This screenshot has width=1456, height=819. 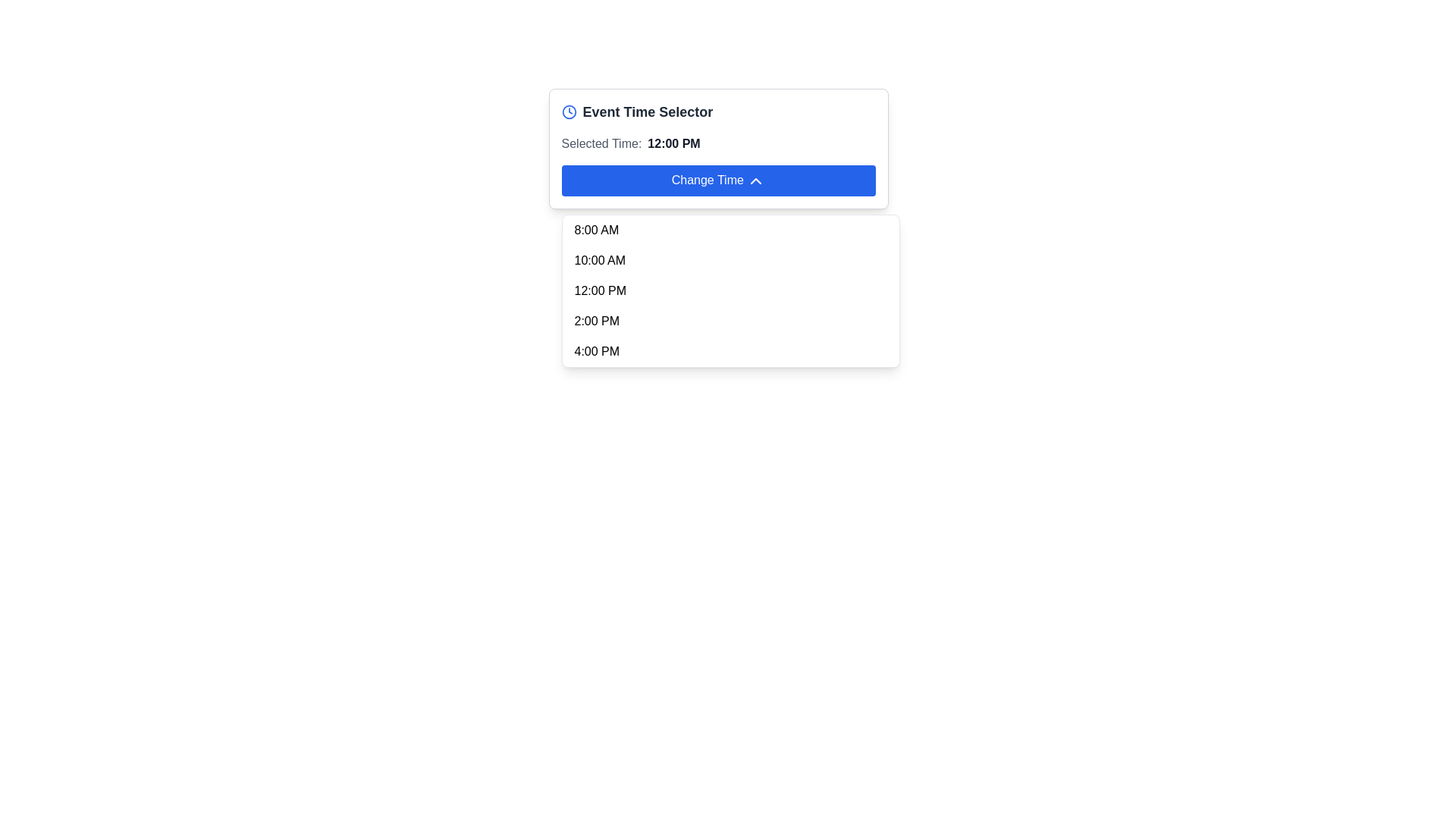 I want to click on the time selection button displaying '8:00 AM' in the dropdown menu beneath the 'Change Time' button, so click(x=730, y=230).